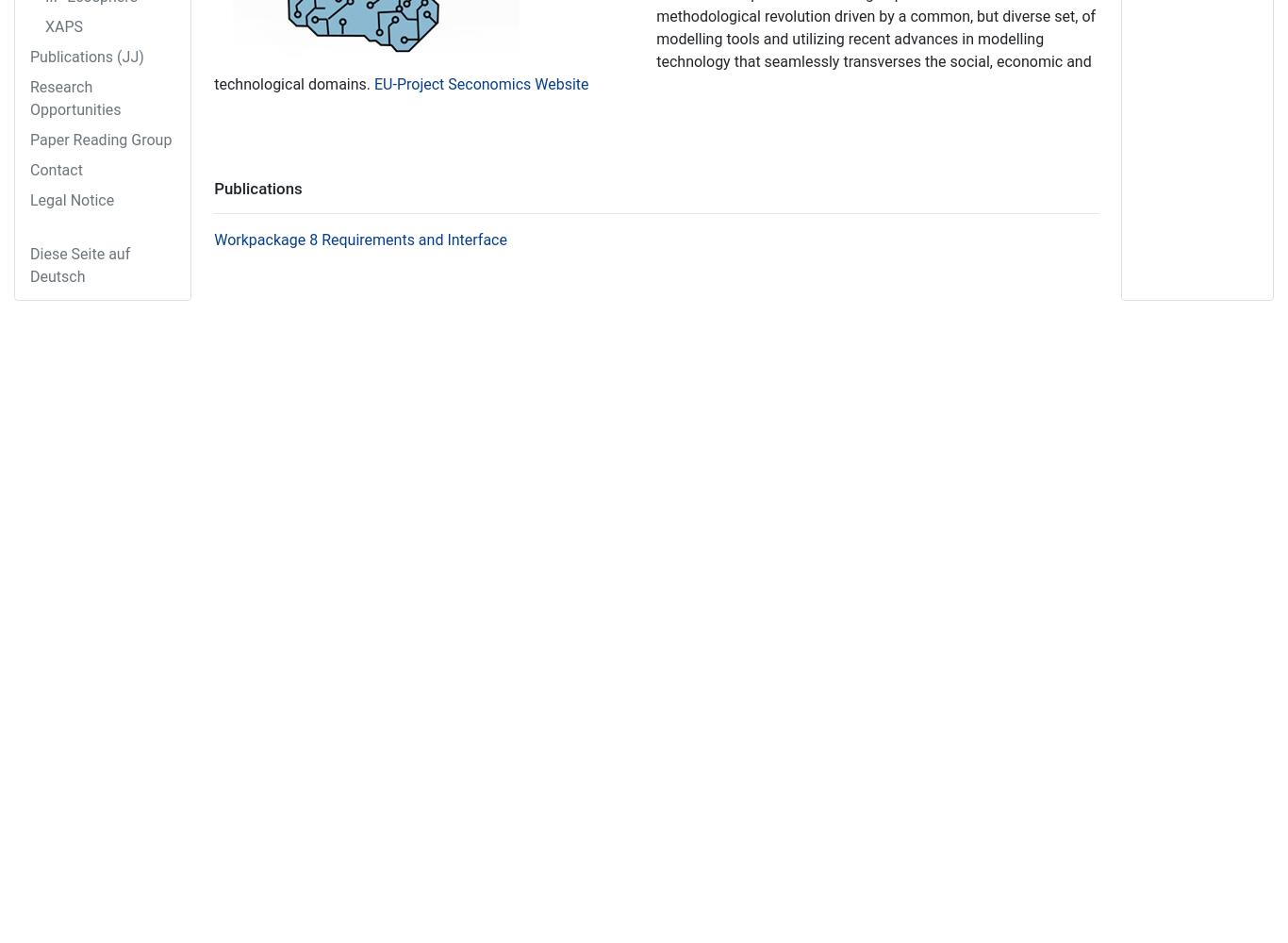 This screenshot has height=943, width=1288. What do you see at coordinates (64, 26) in the screenshot?
I see `'XAPS'` at bounding box center [64, 26].